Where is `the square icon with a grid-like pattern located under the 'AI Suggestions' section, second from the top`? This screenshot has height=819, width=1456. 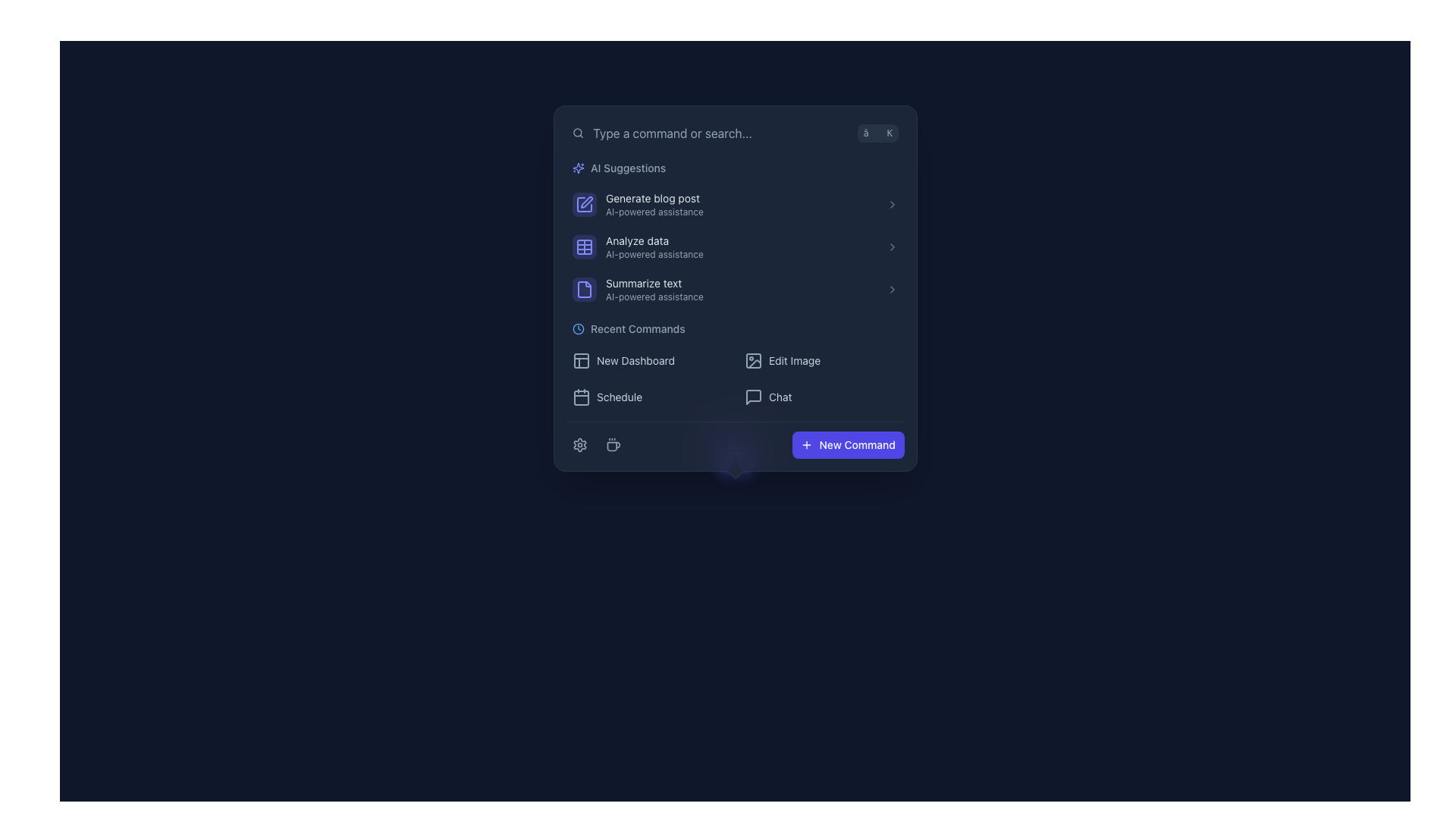
the square icon with a grid-like pattern located under the 'AI Suggestions' section, second from the top is located at coordinates (583, 246).